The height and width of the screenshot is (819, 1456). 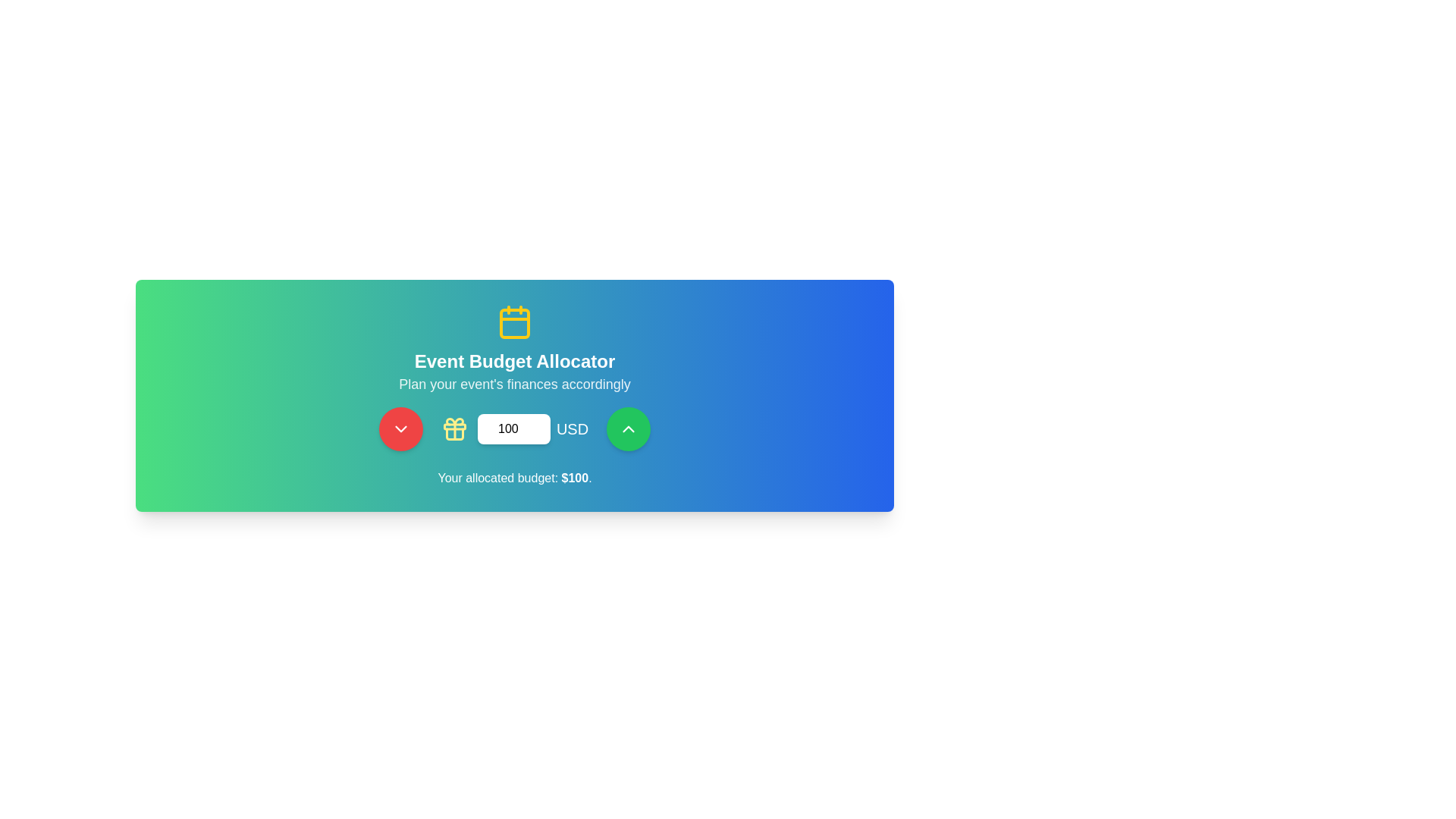 I want to click on the text label that displays the message 'Plan your event's finances accordingly', which is positioned directly below the heading 'Event Budget Allocator' and is centered in the interface, so click(x=514, y=383).